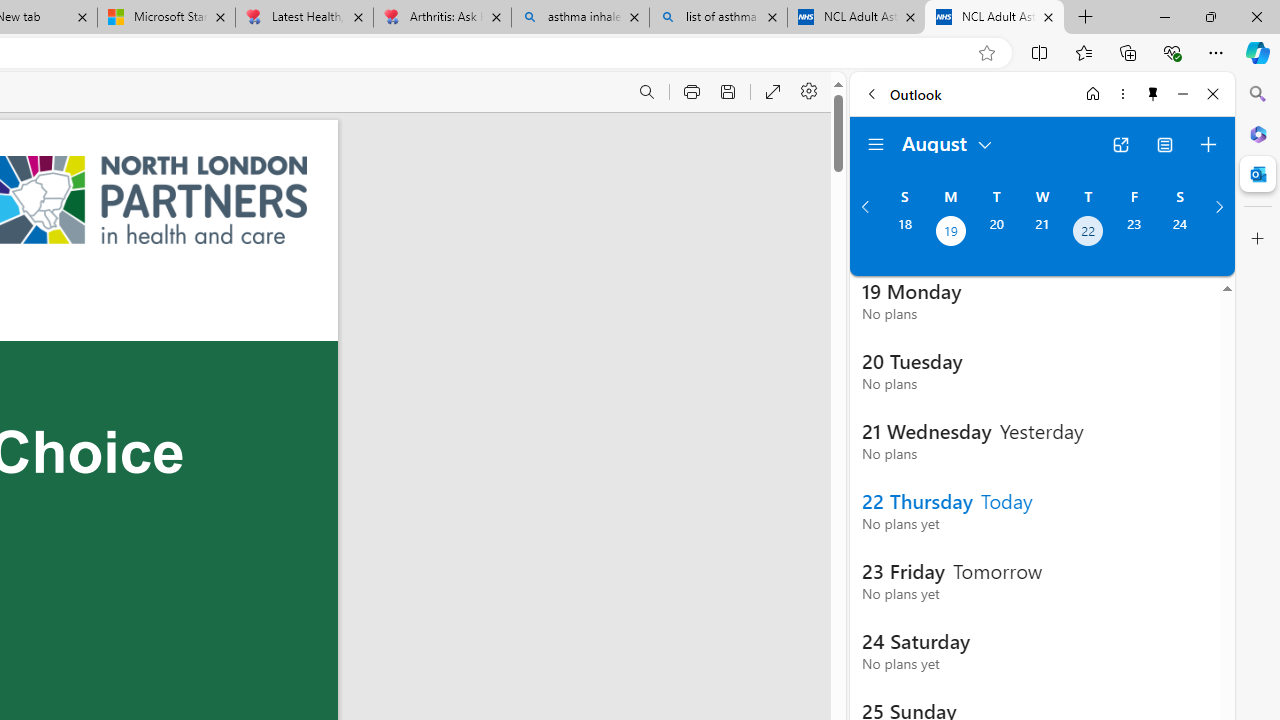 This screenshot has width=1280, height=720. I want to click on 'August', so click(947, 141).